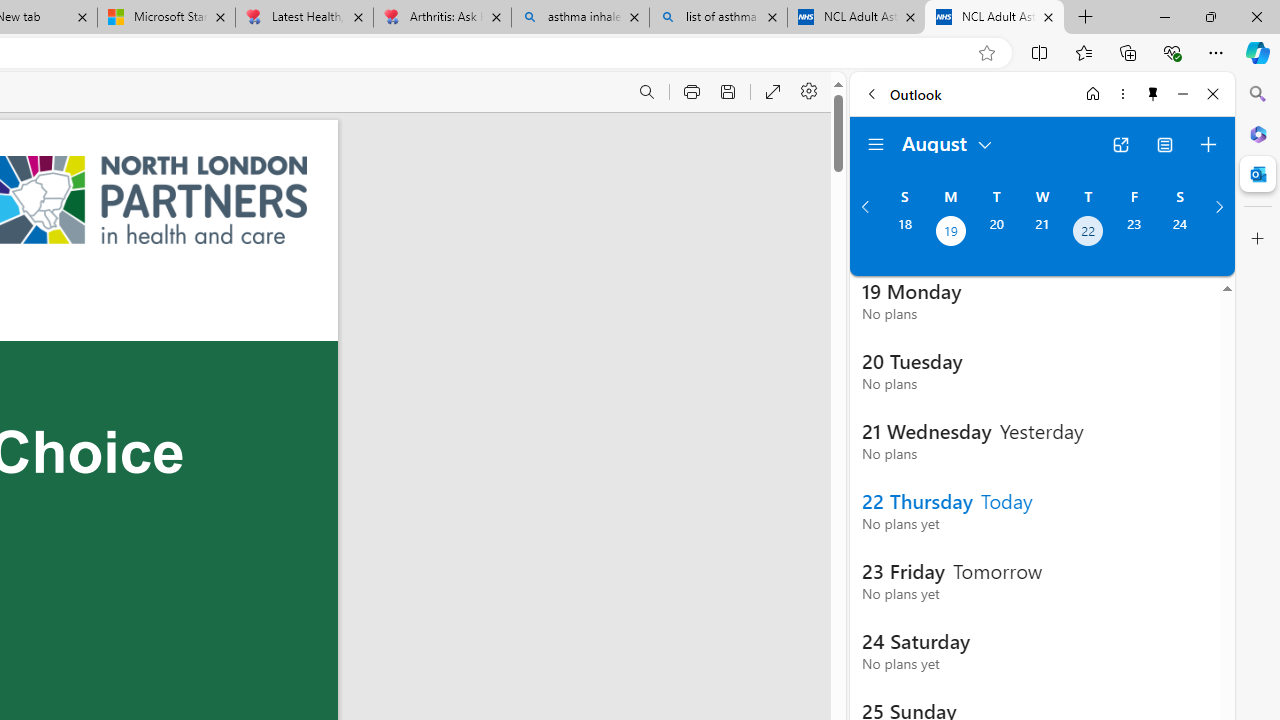 This screenshot has width=1280, height=720. I want to click on 'August', so click(947, 141).